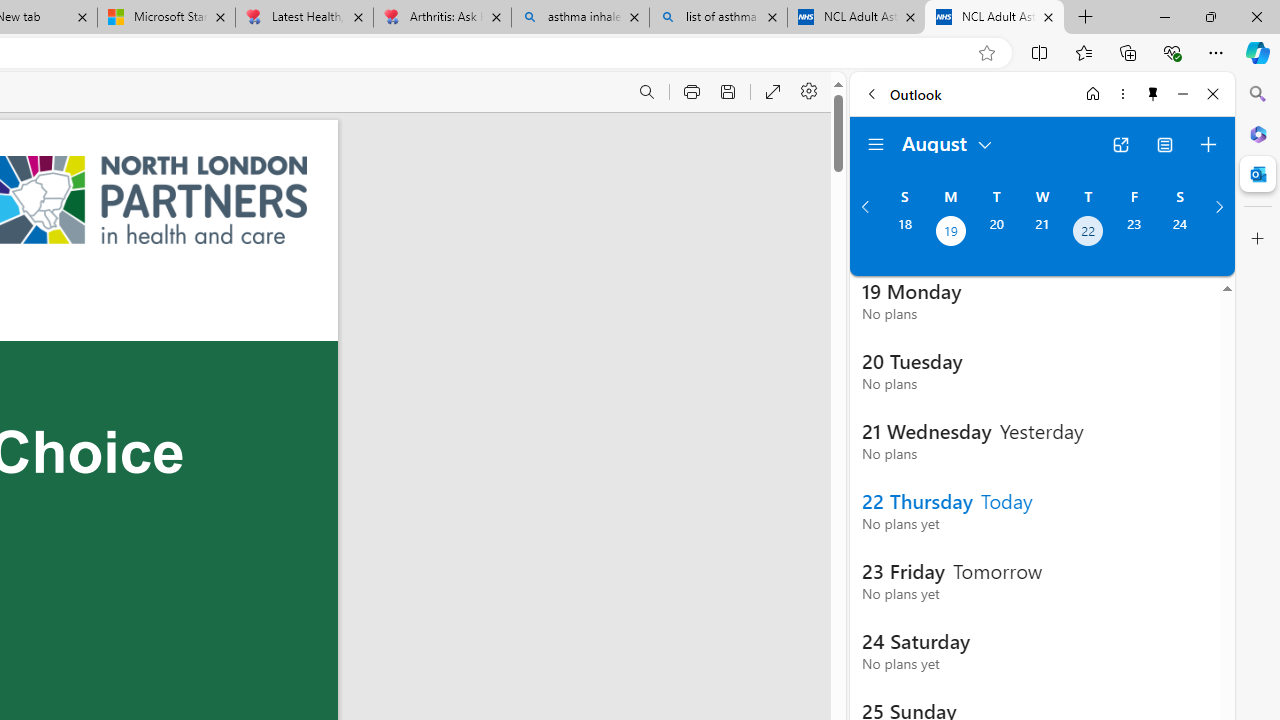 This screenshot has width=1280, height=720. I want to click on 'August', so click(947, 141).